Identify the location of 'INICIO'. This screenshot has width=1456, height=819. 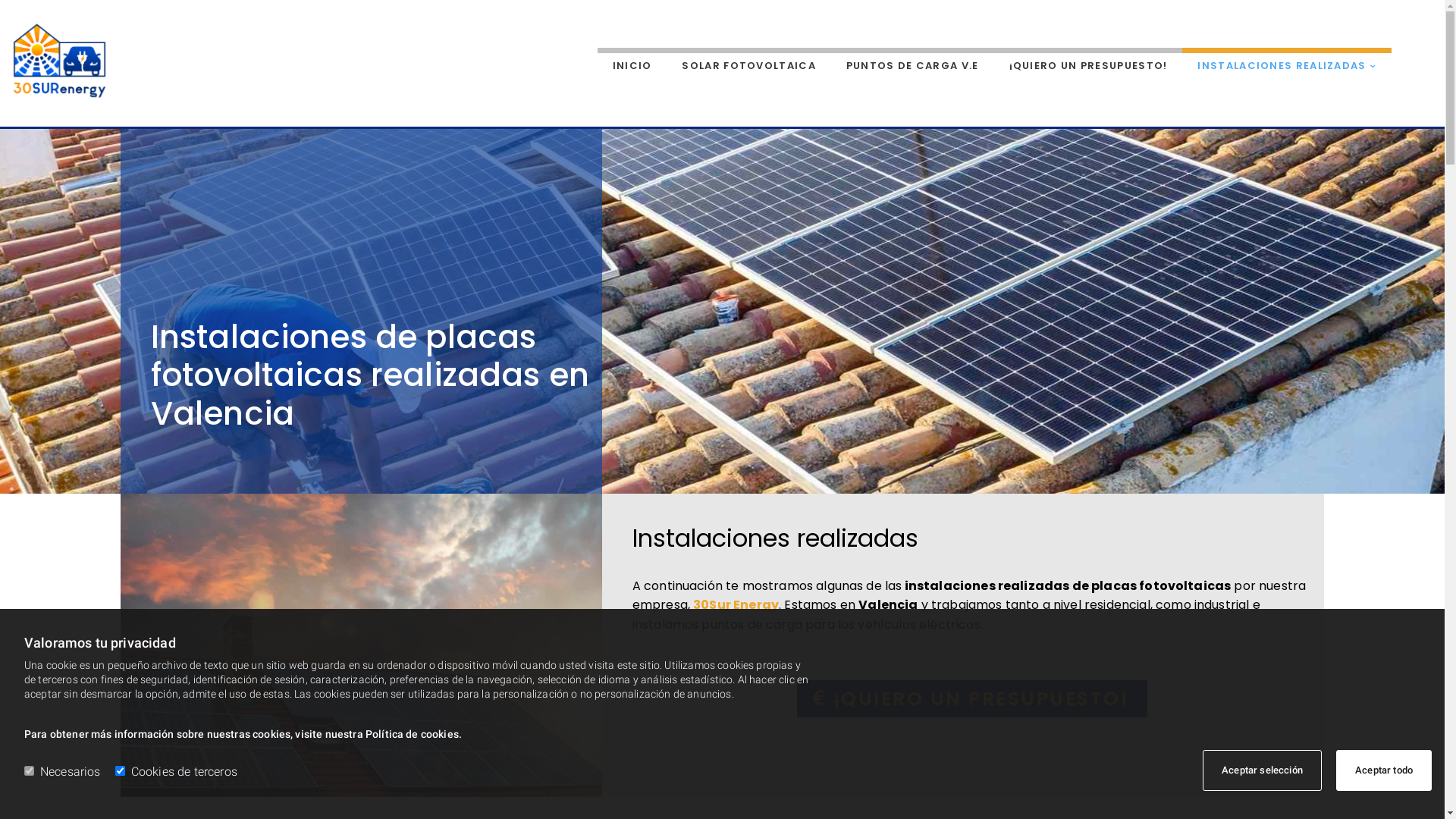
(596, 62).